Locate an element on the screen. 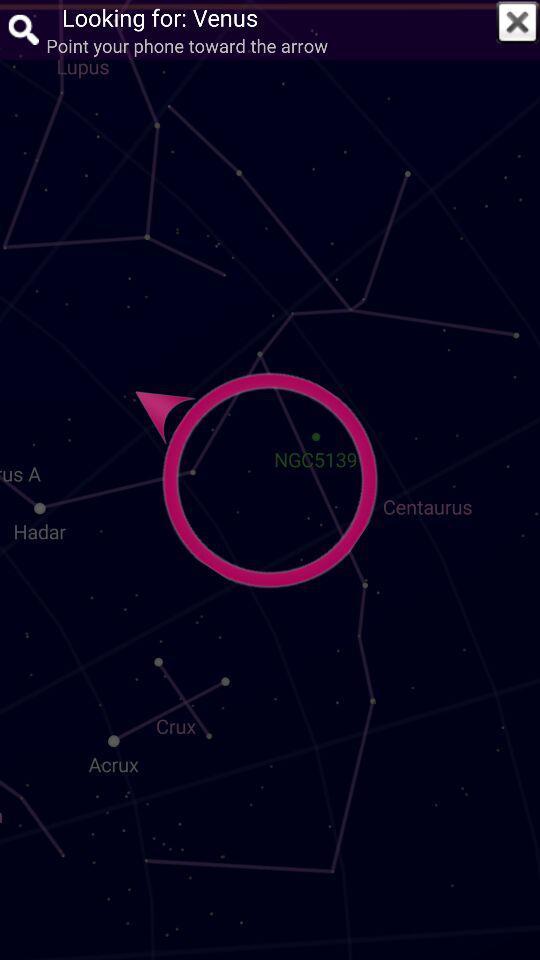 The height and width of the screenshot is (960, 540). window is located at coordinates (517, 21).